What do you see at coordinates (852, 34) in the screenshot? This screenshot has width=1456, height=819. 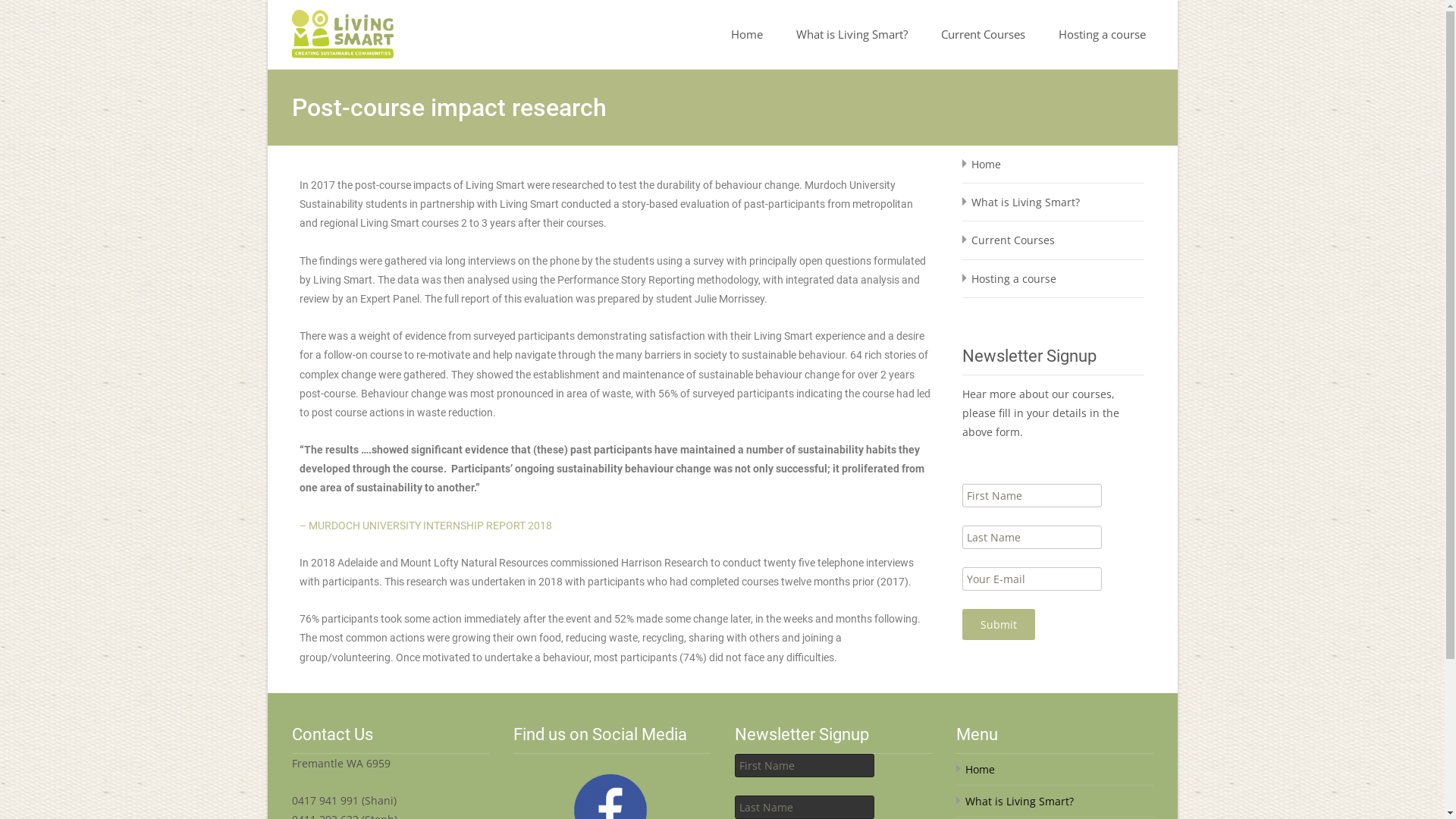 I see `'What is Living Smart?'` at bounding box center [852, 34].